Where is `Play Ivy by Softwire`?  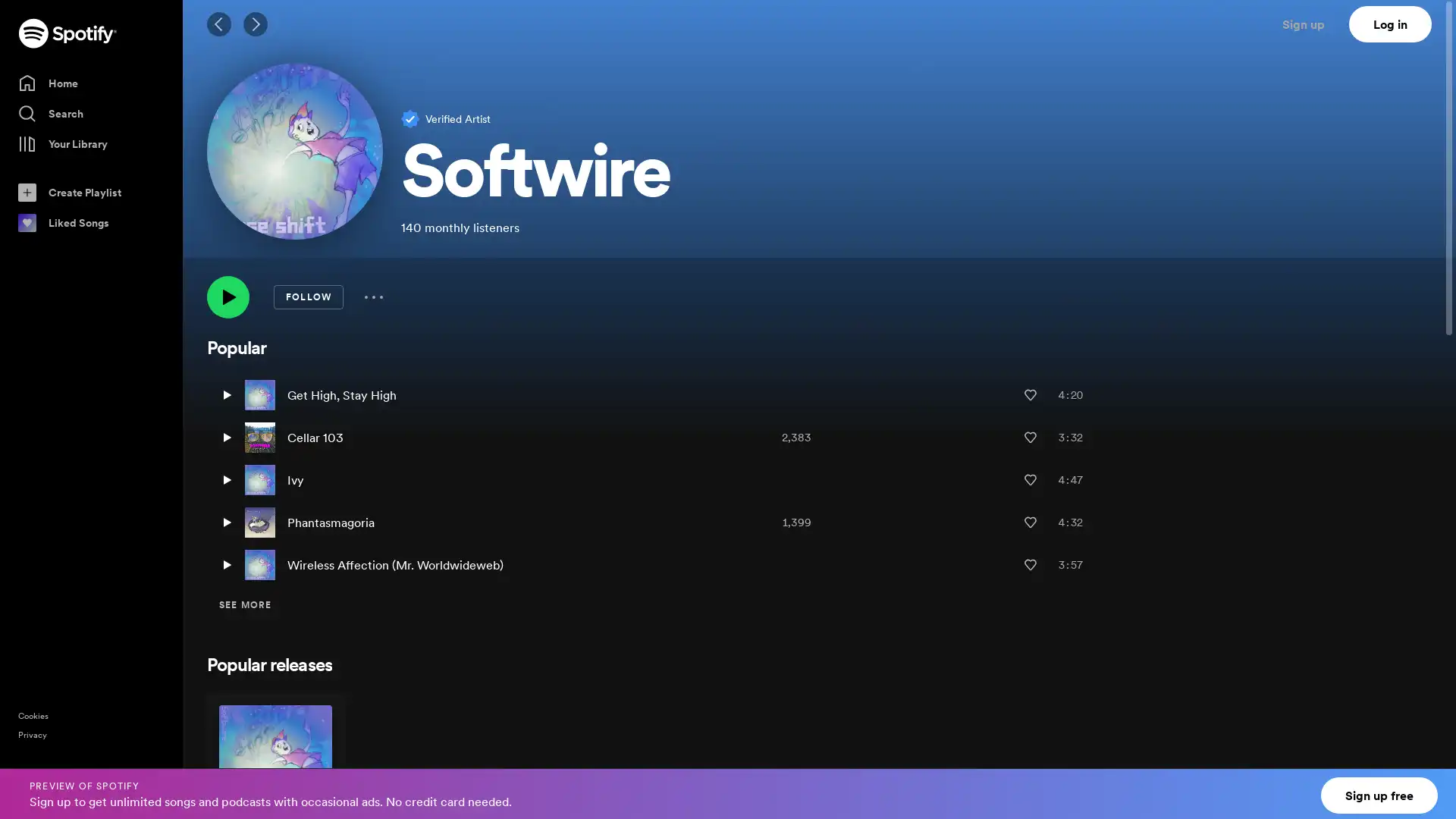
Play Ivy by Softwire is located at coordinates (225, 479).